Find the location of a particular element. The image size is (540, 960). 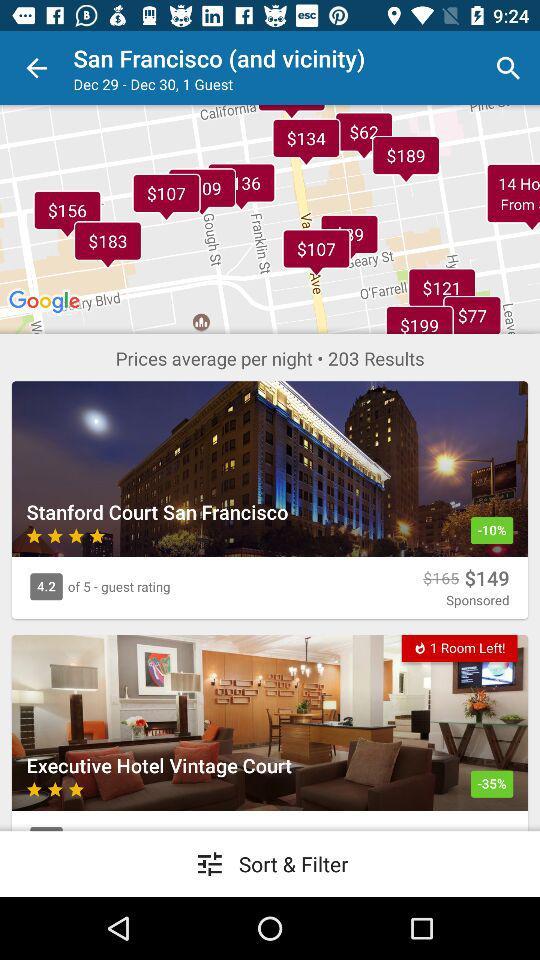

the 1st image completely below the maps is located at coordinates (270, 498).